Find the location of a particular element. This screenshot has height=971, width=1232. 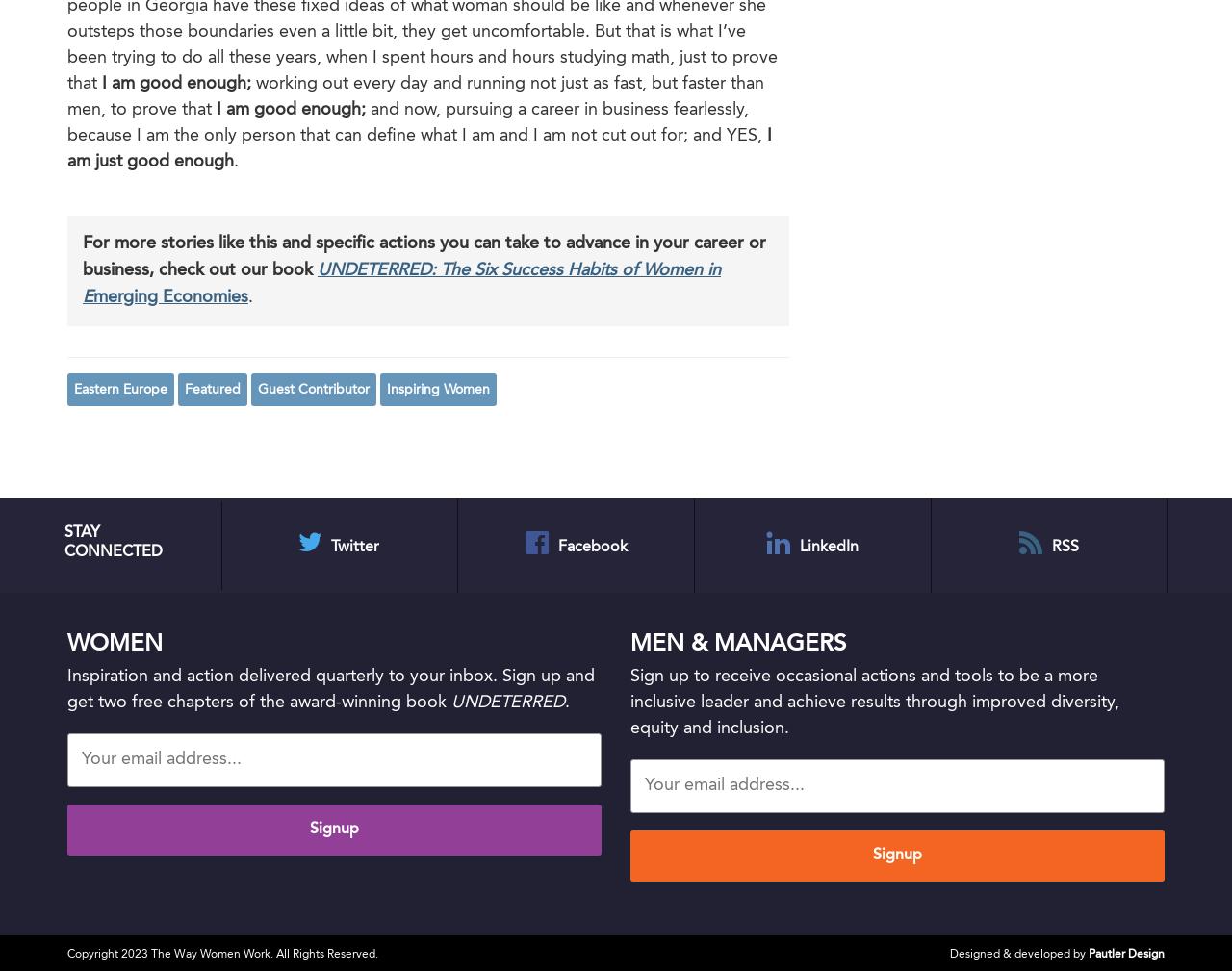

'Twitter' is located at coordinates (355, 546).